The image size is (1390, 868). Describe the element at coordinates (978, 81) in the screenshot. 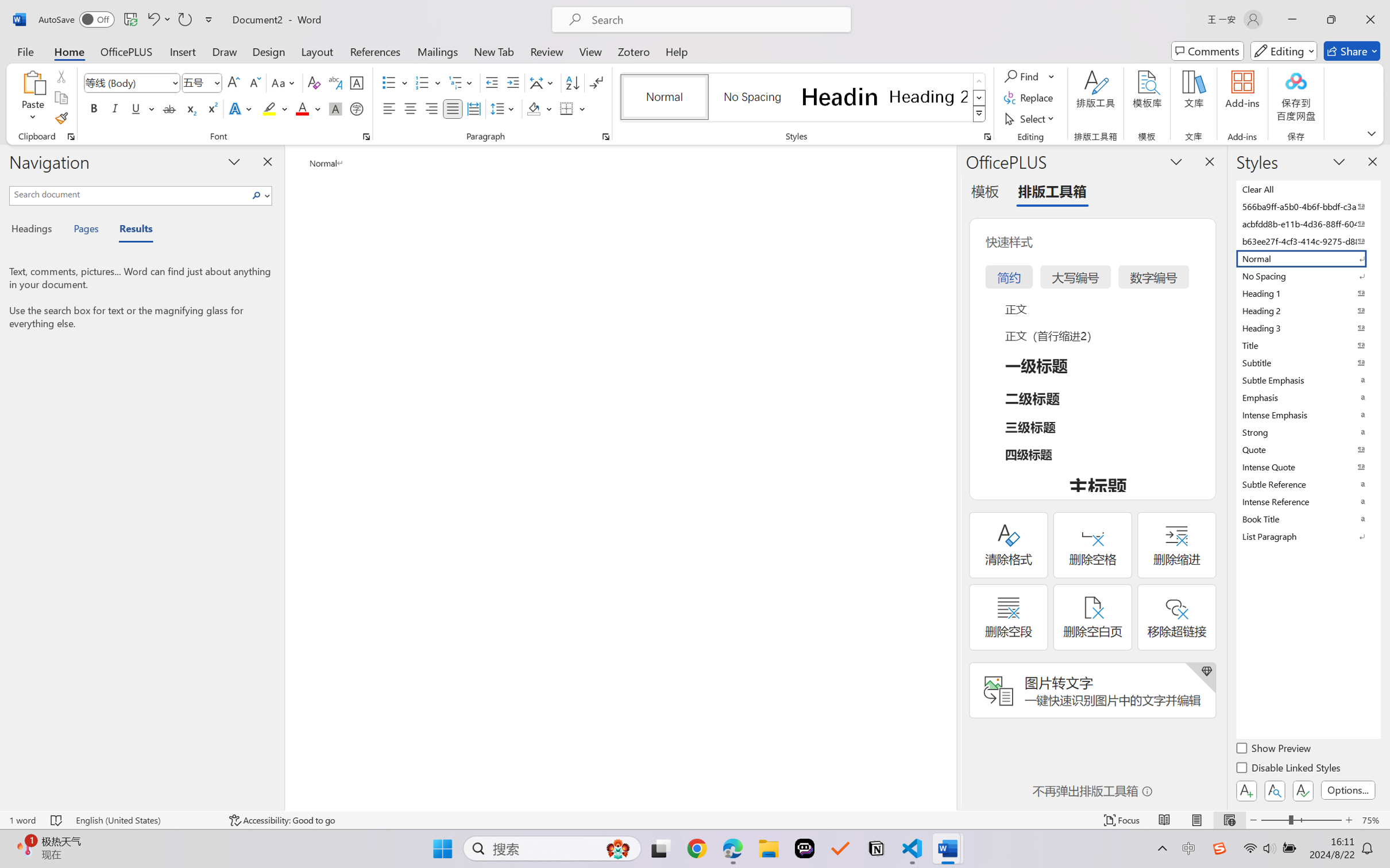

I see `'Row up'` at that location.